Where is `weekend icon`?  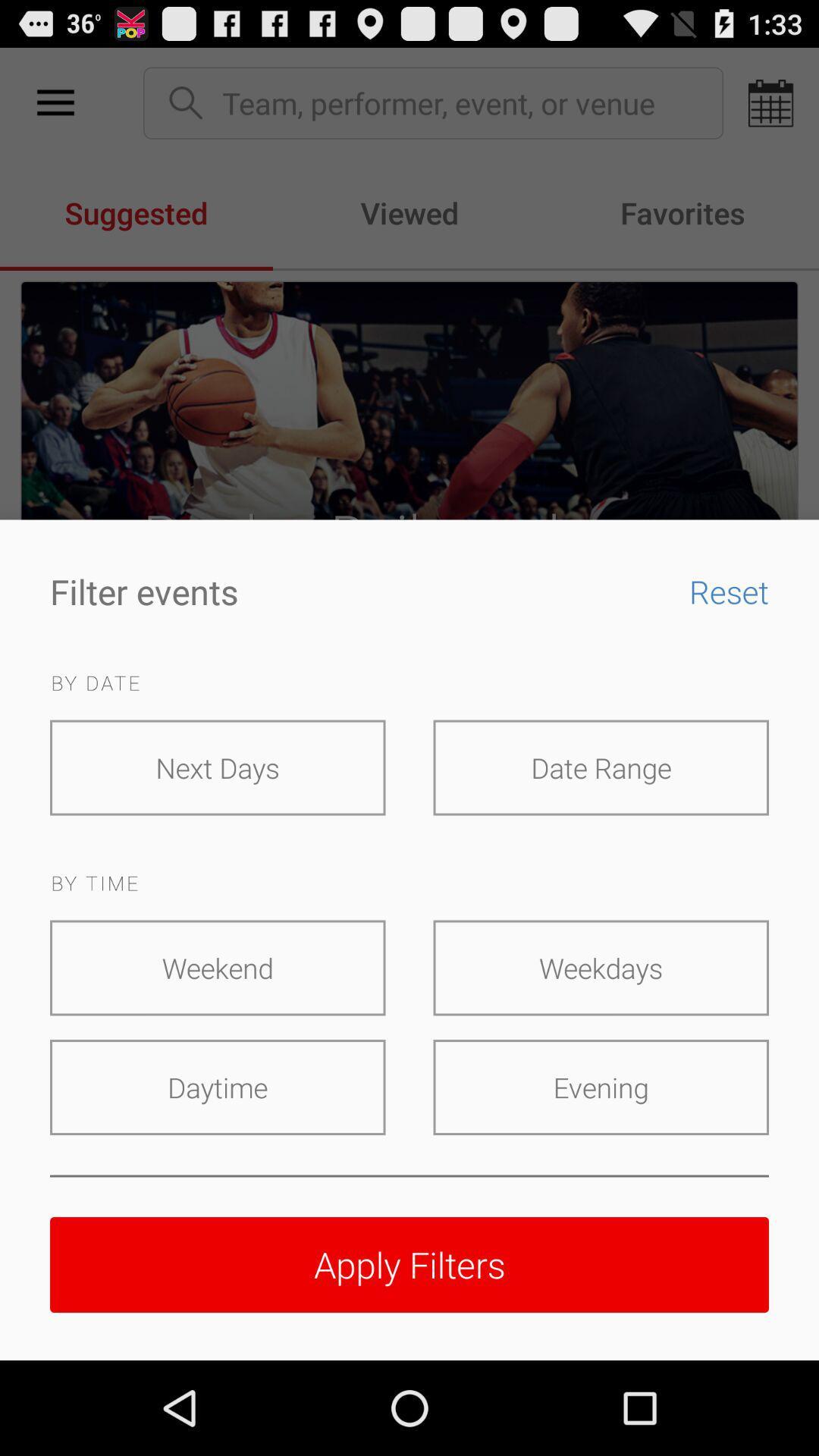
weekend icon is located at coordinates (218, 967).